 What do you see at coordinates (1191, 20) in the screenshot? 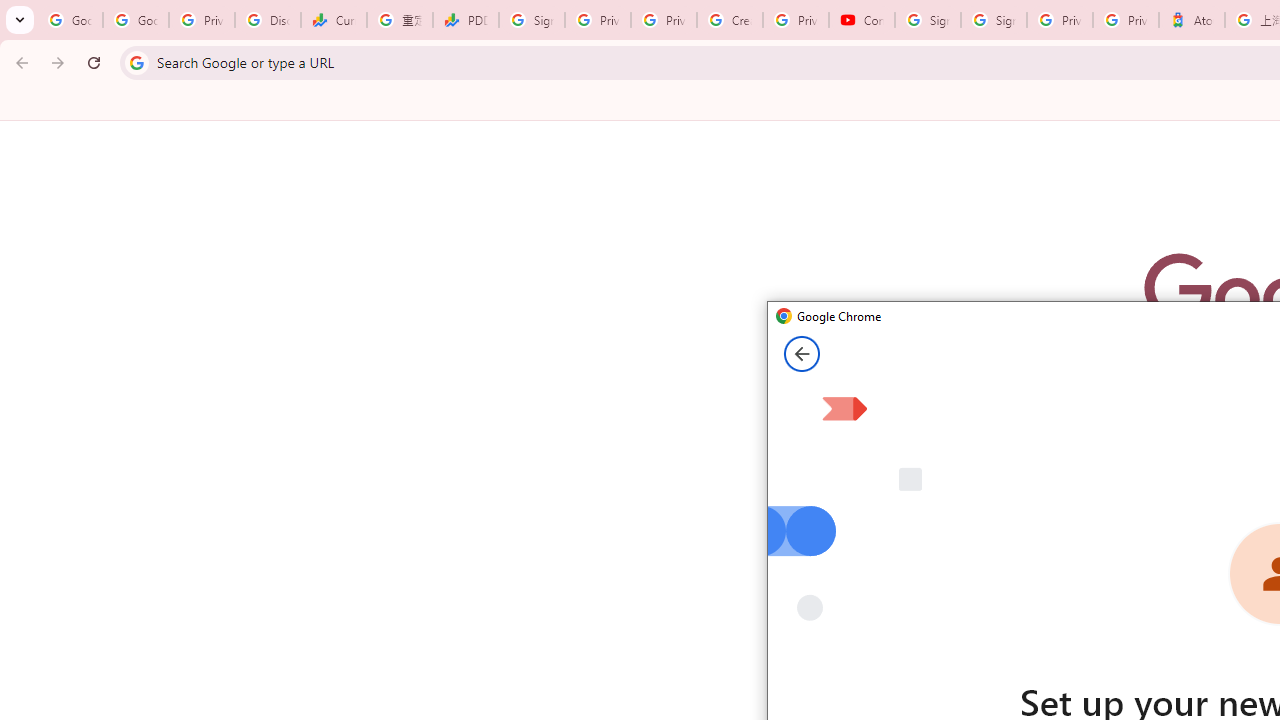
I see `'Atour Hotel - Google hotels'` at bounding box center [1191, 20].